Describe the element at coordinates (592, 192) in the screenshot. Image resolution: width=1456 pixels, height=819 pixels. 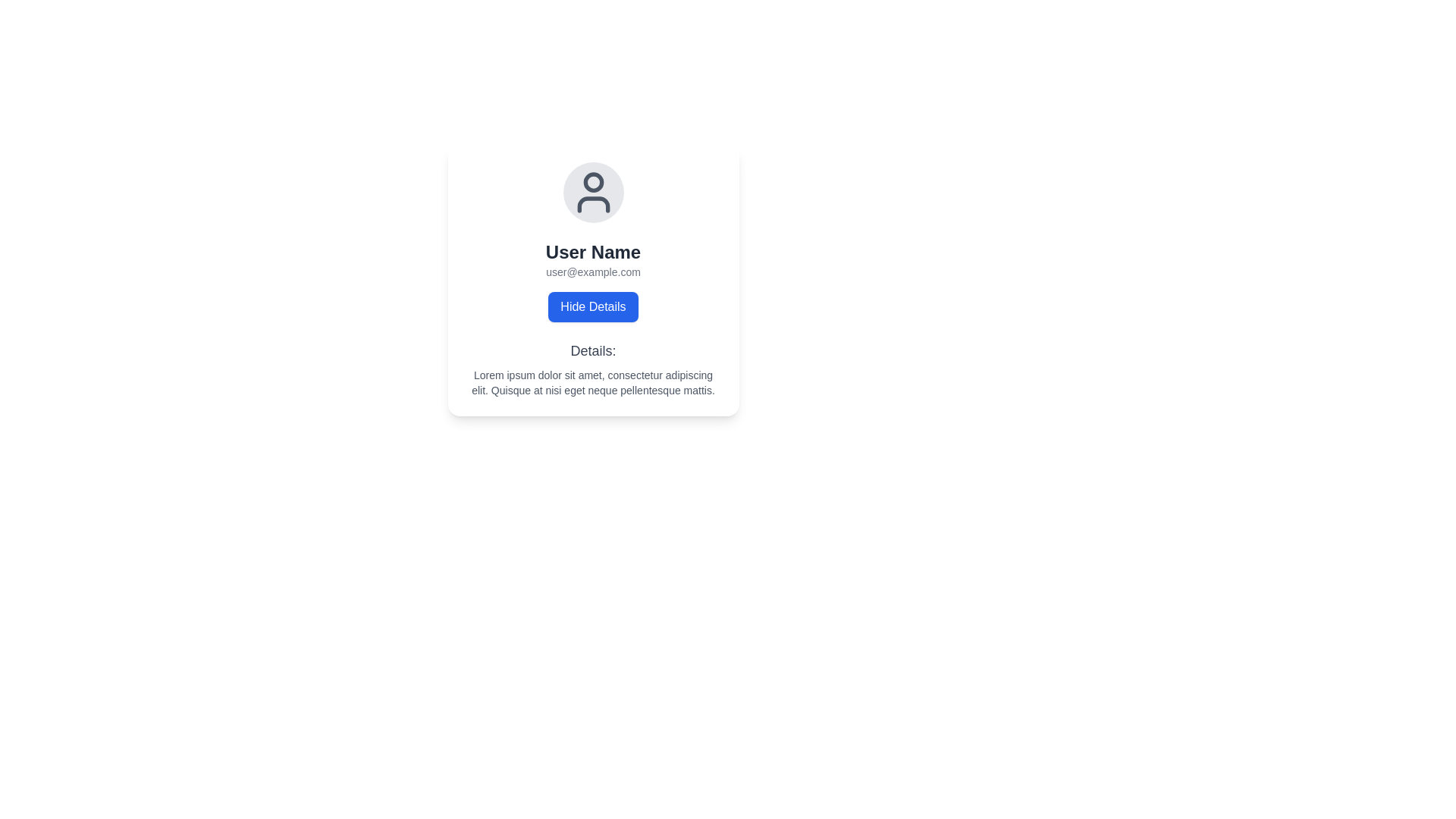
I see `the user profile` at that location.